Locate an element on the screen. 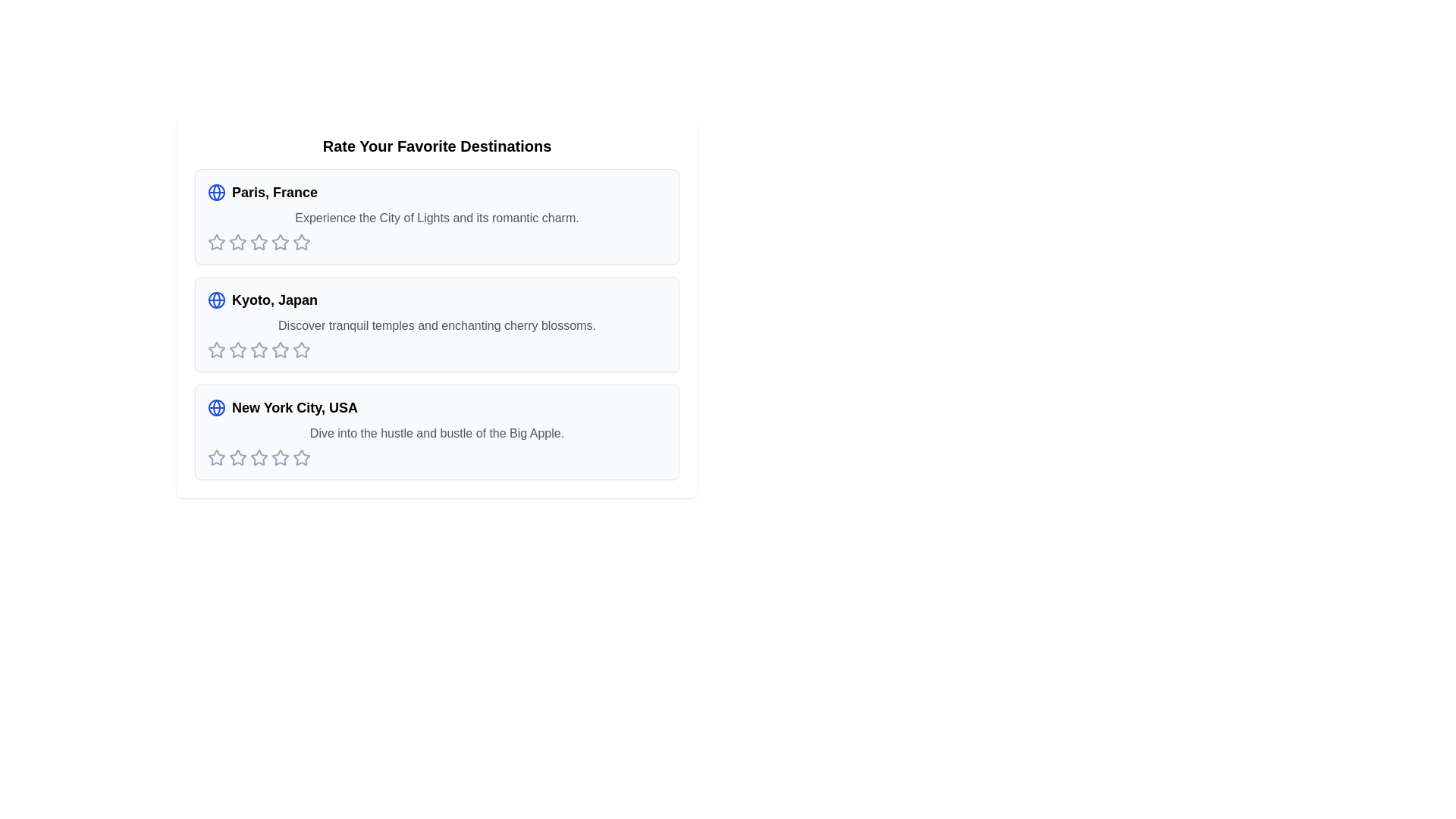  the decorative circular UI component that is part of the SVG globe icon, located to the left of the 'Paris, France' text label is located at coordinates (216, 192).